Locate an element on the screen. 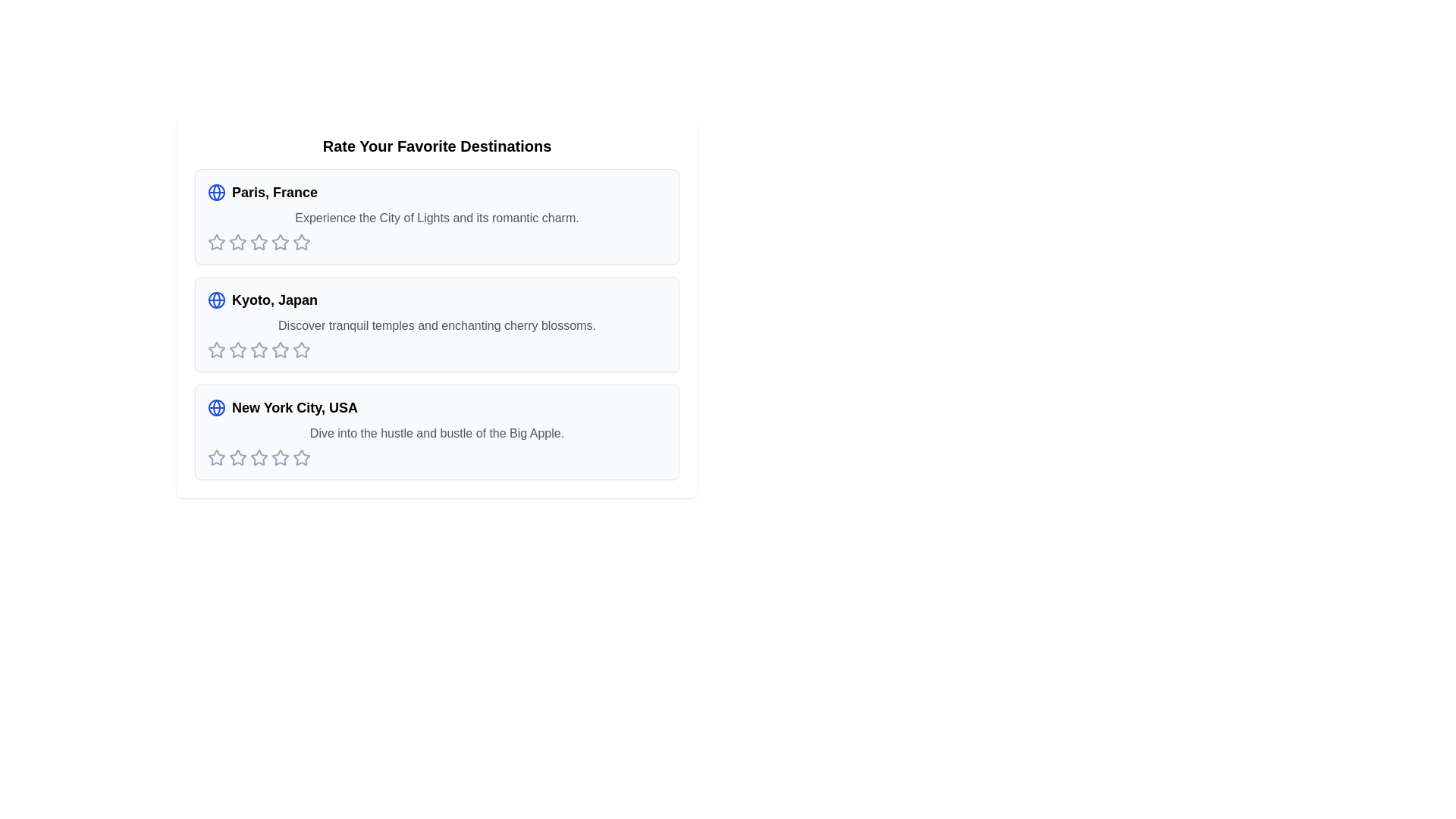  the decorative circular UI component that is part of the SVG globe icon, located to the left of the 'Paris, France' text label is located at coordinates (216, 192).